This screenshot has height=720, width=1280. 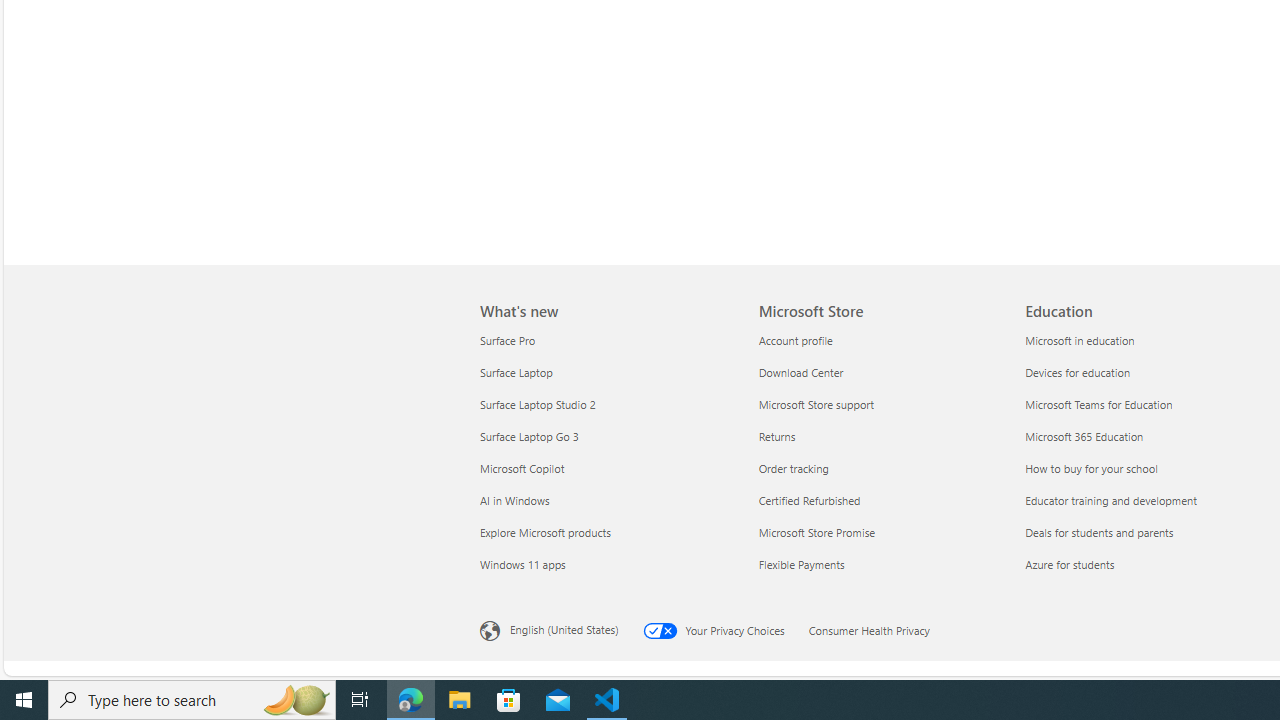 What do you see at coordinates (1146, 531) in the screenshot?
I see `'Deals for students and parents'` at bounding box center [1146, 531].